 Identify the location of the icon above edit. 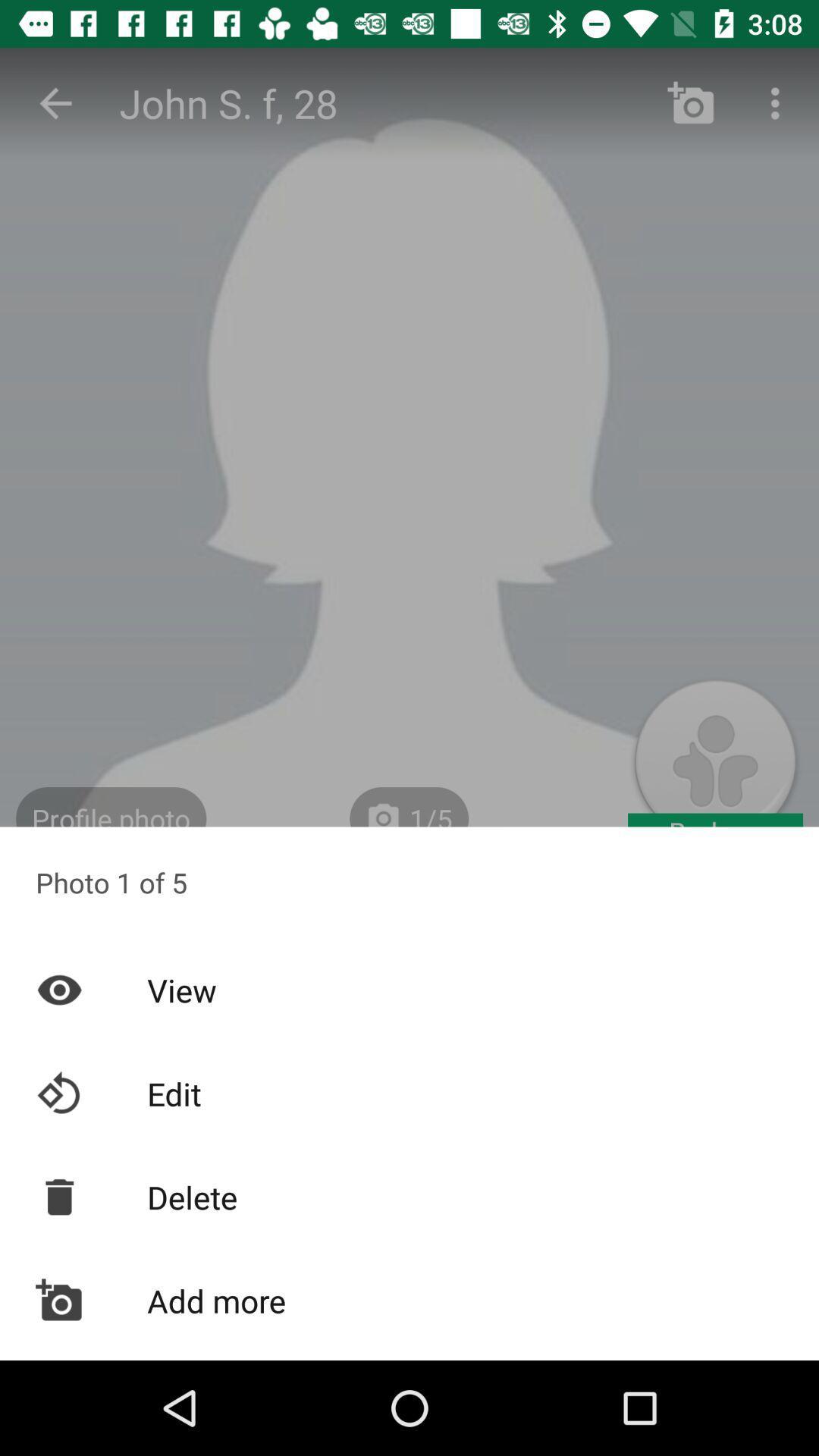
(409, 990).